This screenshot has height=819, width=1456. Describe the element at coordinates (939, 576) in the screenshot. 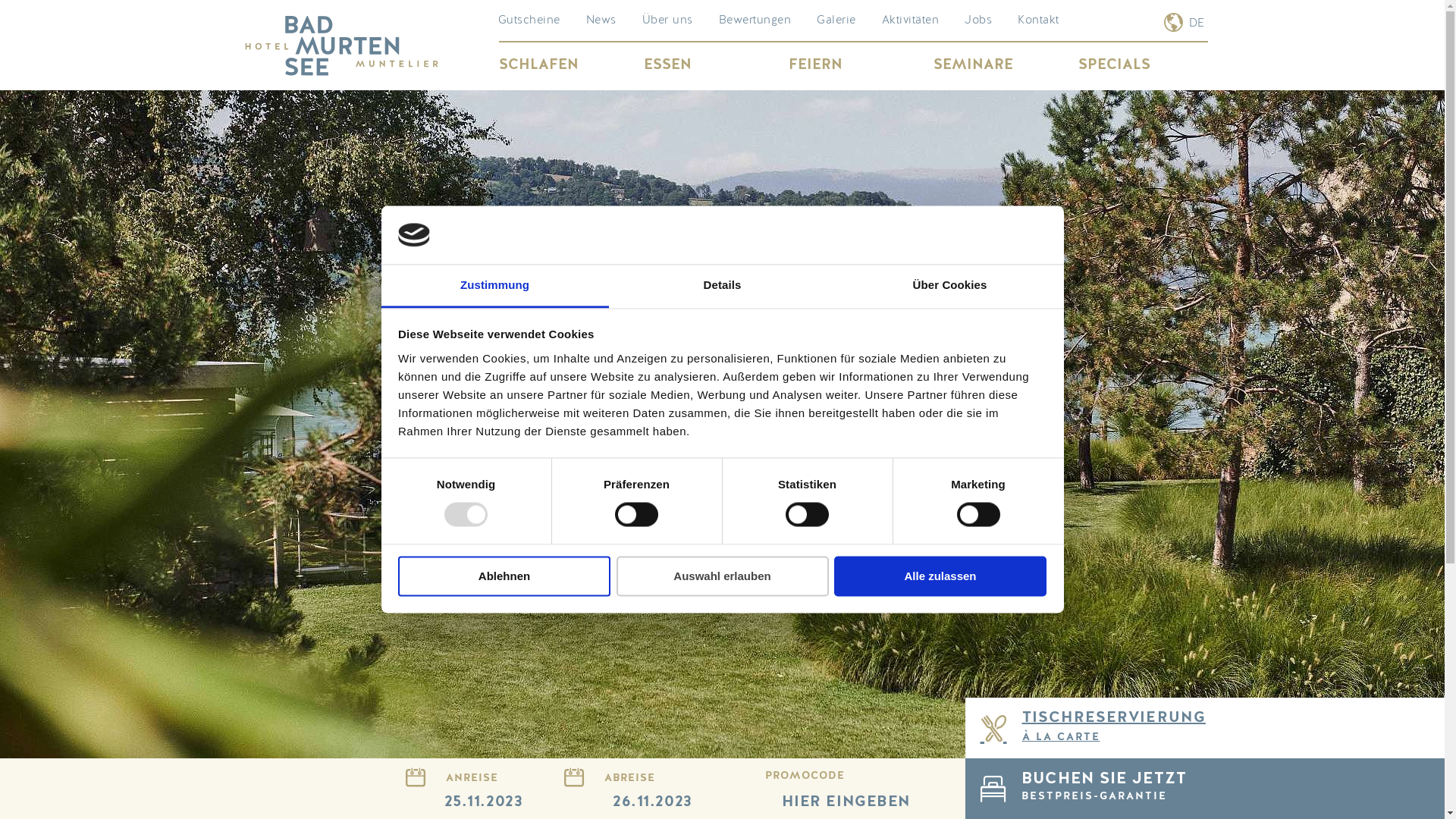

I see `'Alle zulassen'` at that location.